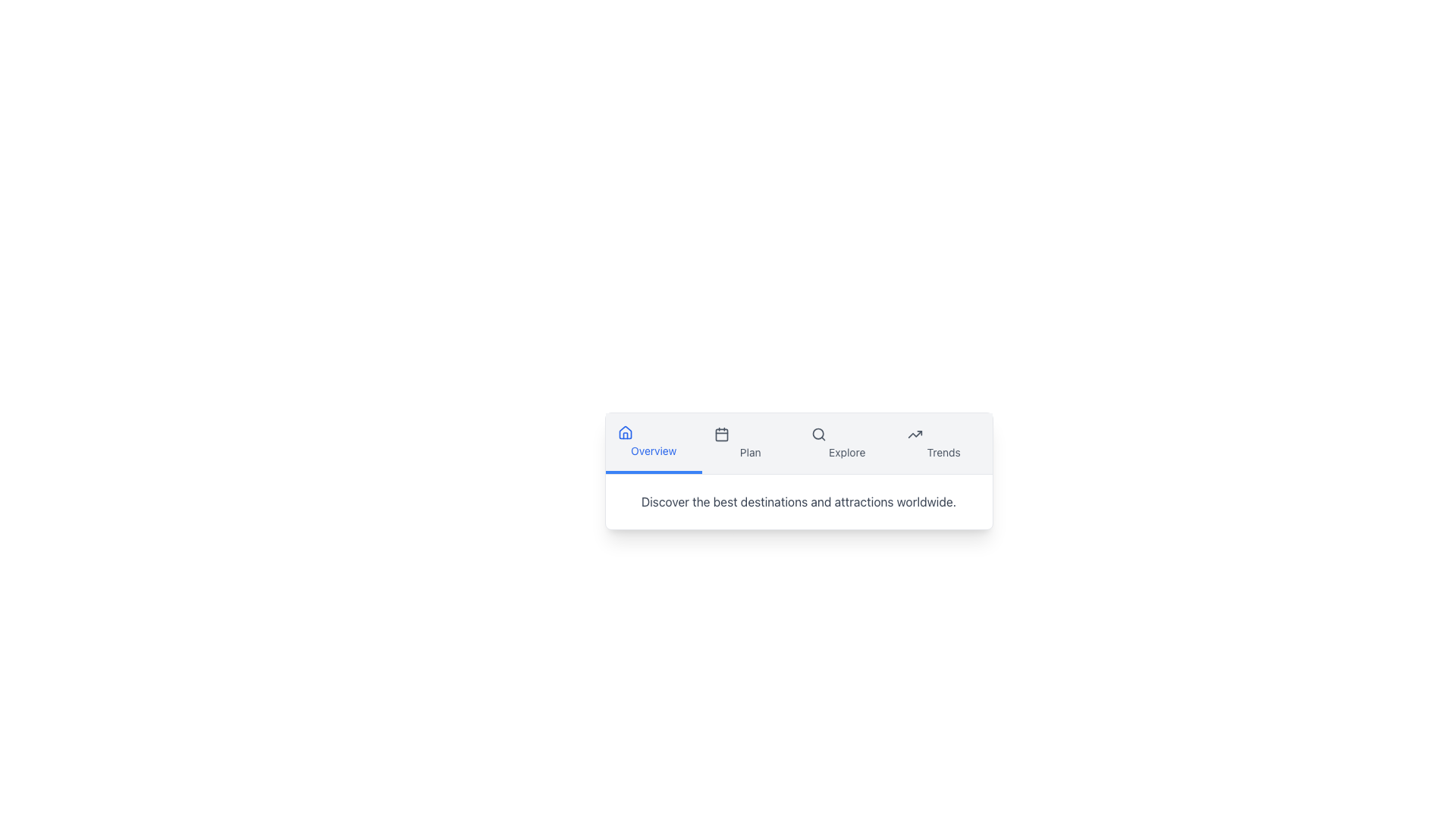 This screenshot has width=1456, height=819. Describe the element at coordinates (817, 435) in the screenshot. I see `the search icon located in the 'Explore' section of the navigation bar, which represents the search functionality` at that location.